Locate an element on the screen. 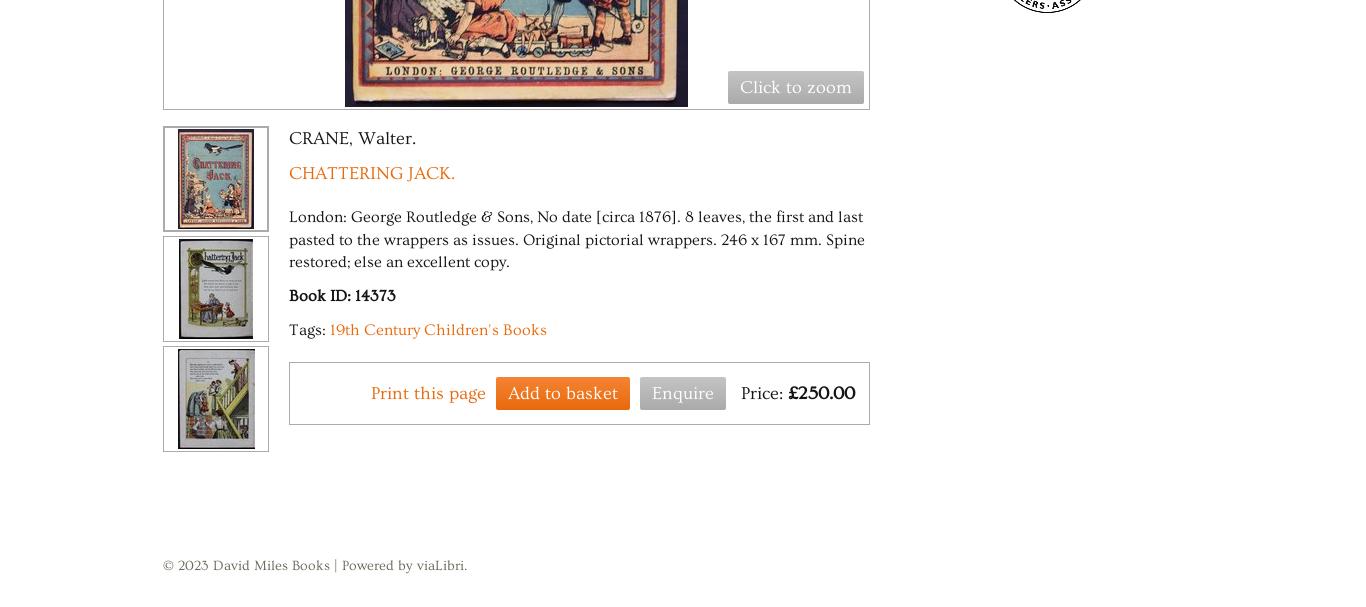 The image size is (1366, 607). 'CHATTERING JACK.' is located at coordinates (370, 172).